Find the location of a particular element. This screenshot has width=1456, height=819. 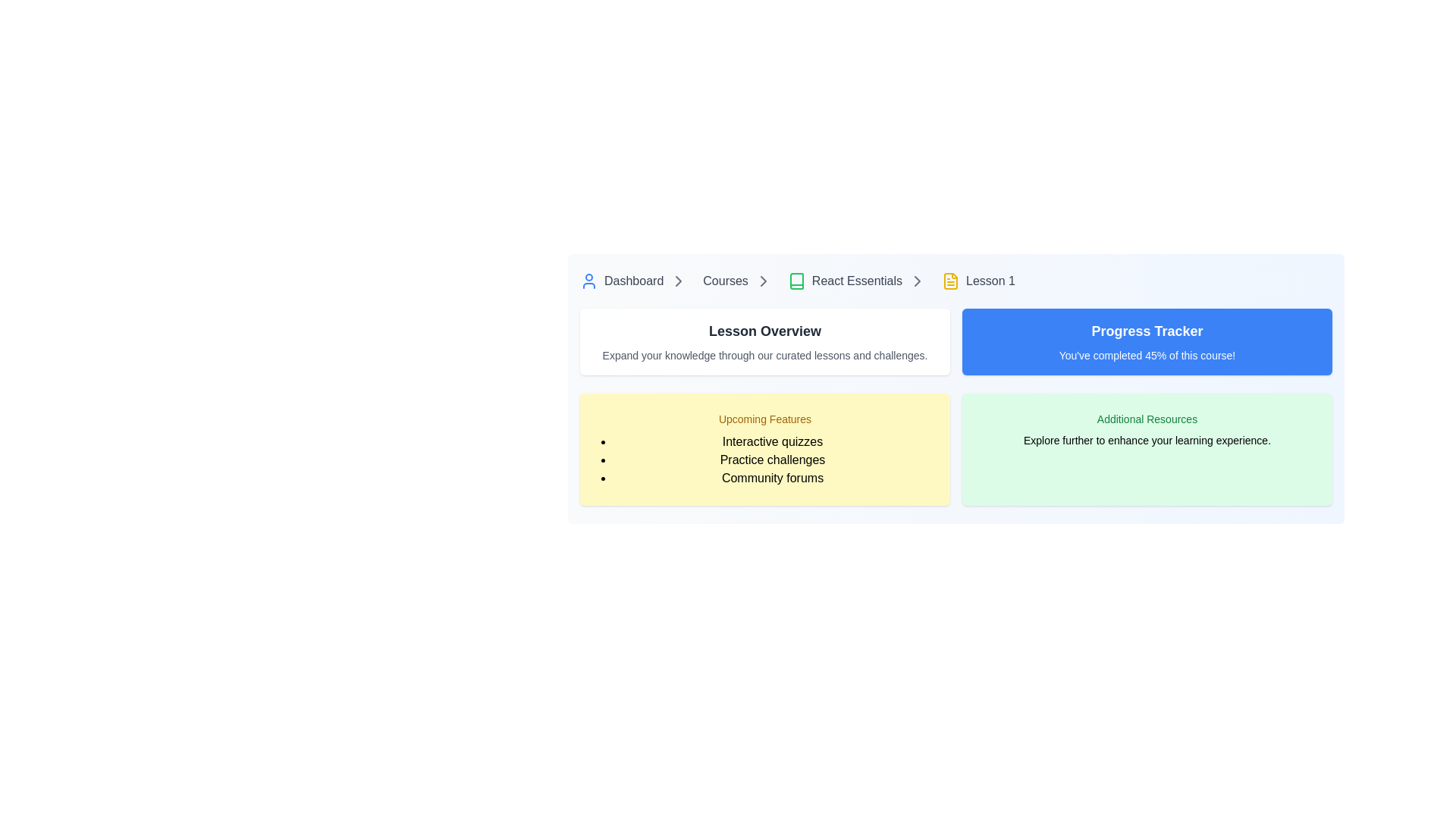

the right-pointing chevron icon in the breadcrumb navigation bar that is styled with a thin, rounded stroke and is gray in color, positioned between the 'Courses' and 'React Essentials' links is located at coordinates (763, 281).